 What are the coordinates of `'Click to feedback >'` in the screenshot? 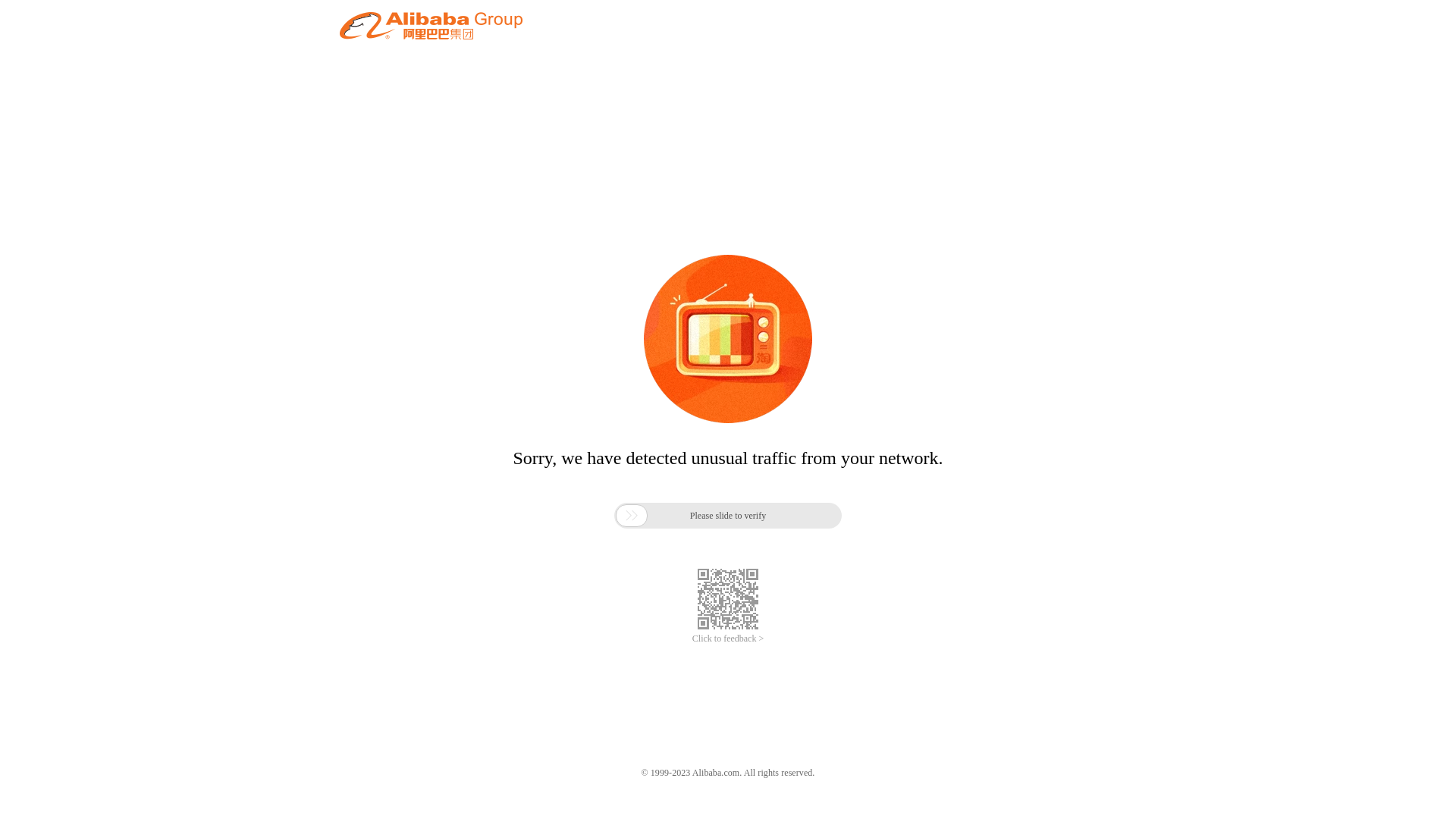 It's located at (728, 639).